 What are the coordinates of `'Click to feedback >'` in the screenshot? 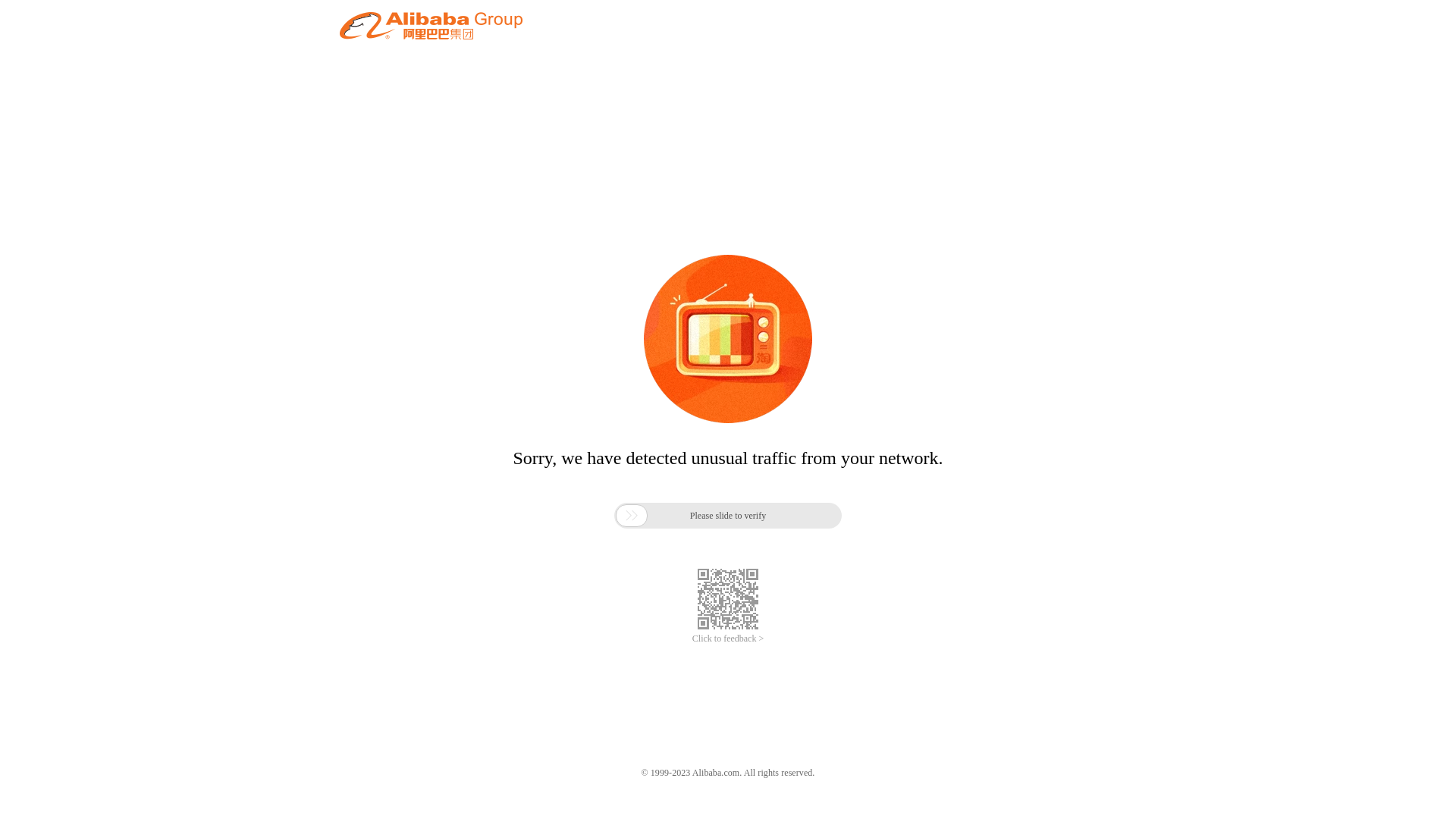 It's located at (728, 639).